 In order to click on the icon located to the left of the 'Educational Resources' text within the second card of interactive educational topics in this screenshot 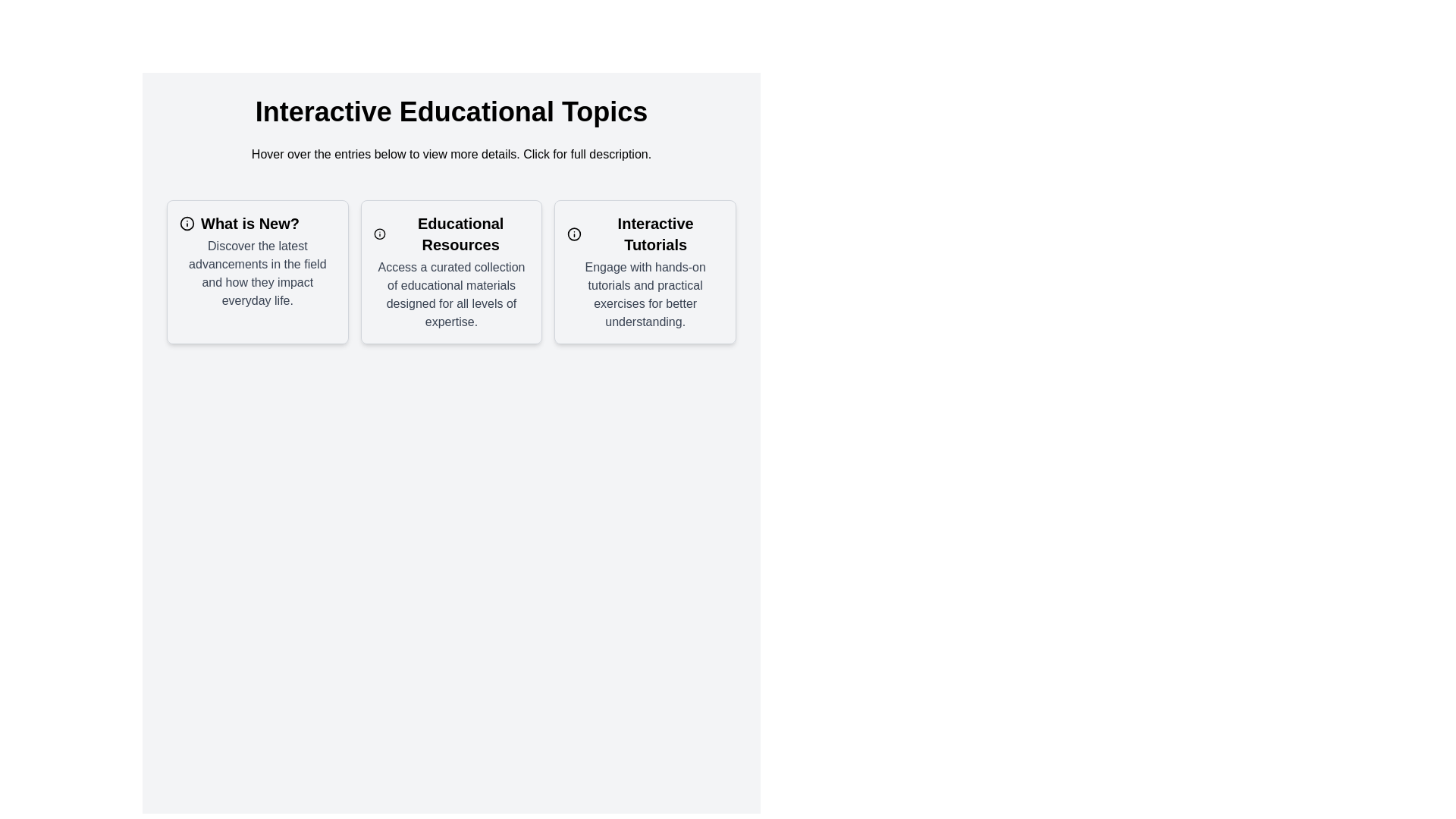, I will do `click(379, 234)`.